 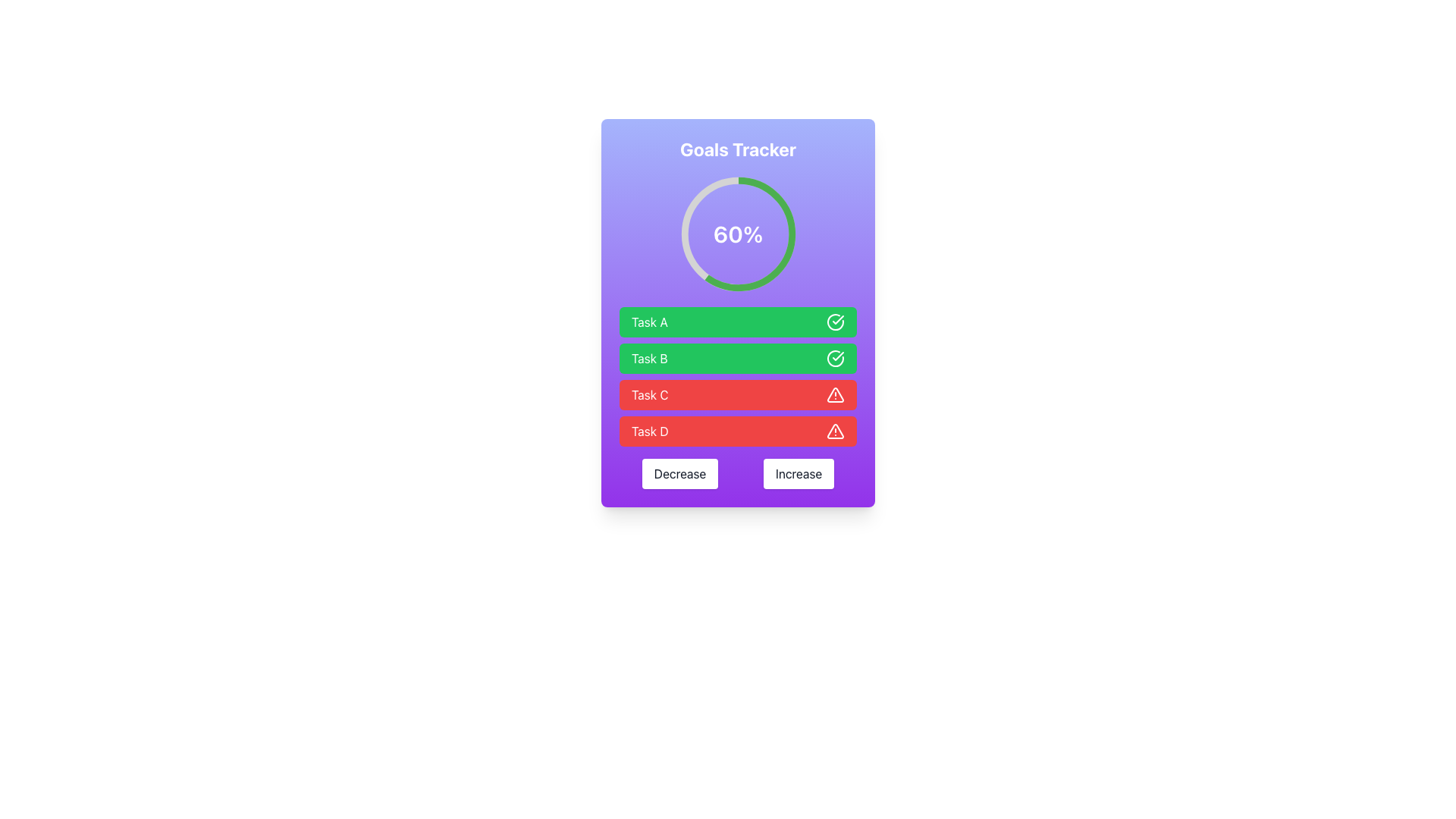 I want to click on the alert icon located on the far right side of the 'Task C' row, so click(x=835, y=394).